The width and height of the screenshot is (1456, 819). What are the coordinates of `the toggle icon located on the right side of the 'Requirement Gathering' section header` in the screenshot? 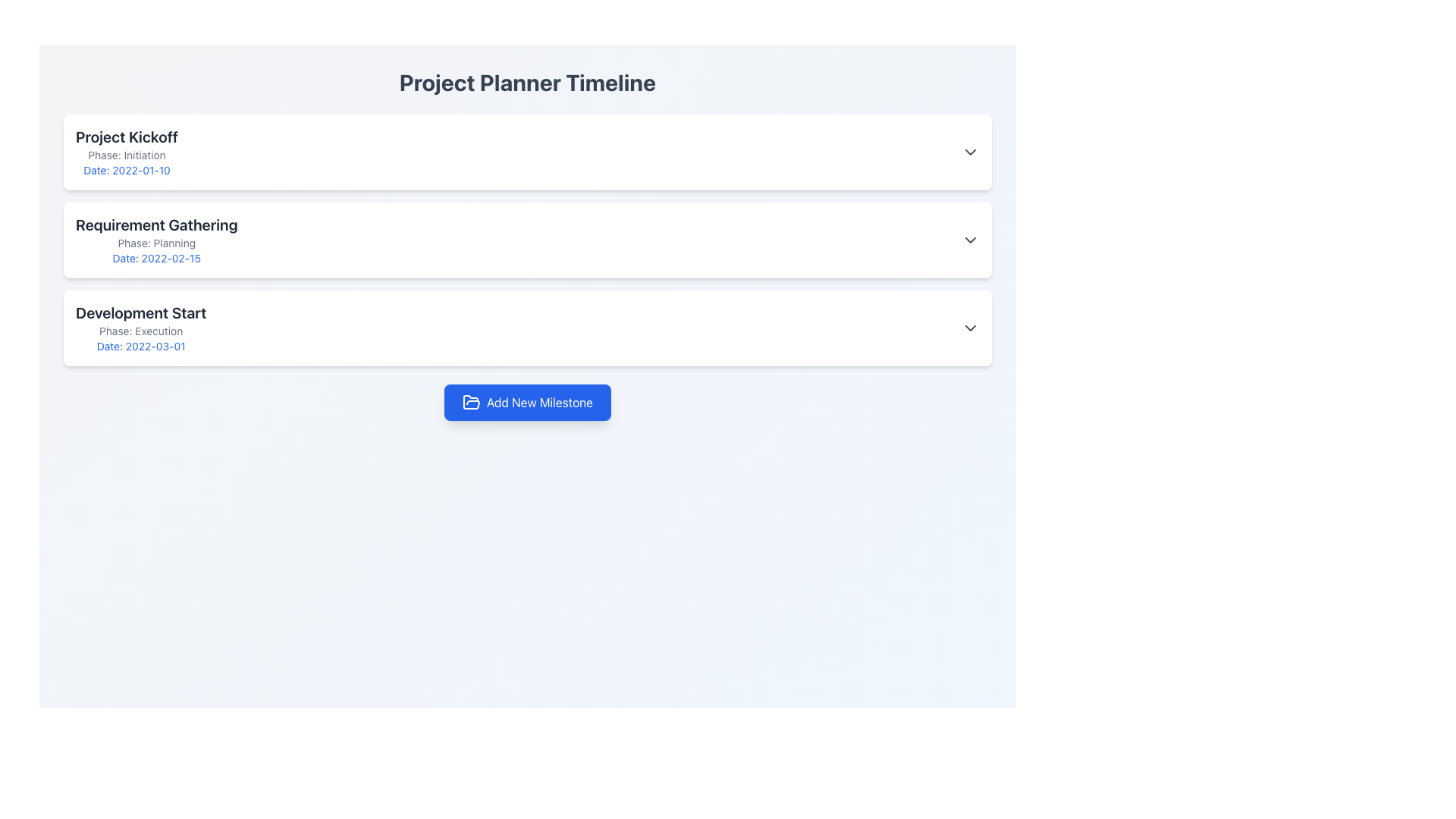 It's located at (971, 239).